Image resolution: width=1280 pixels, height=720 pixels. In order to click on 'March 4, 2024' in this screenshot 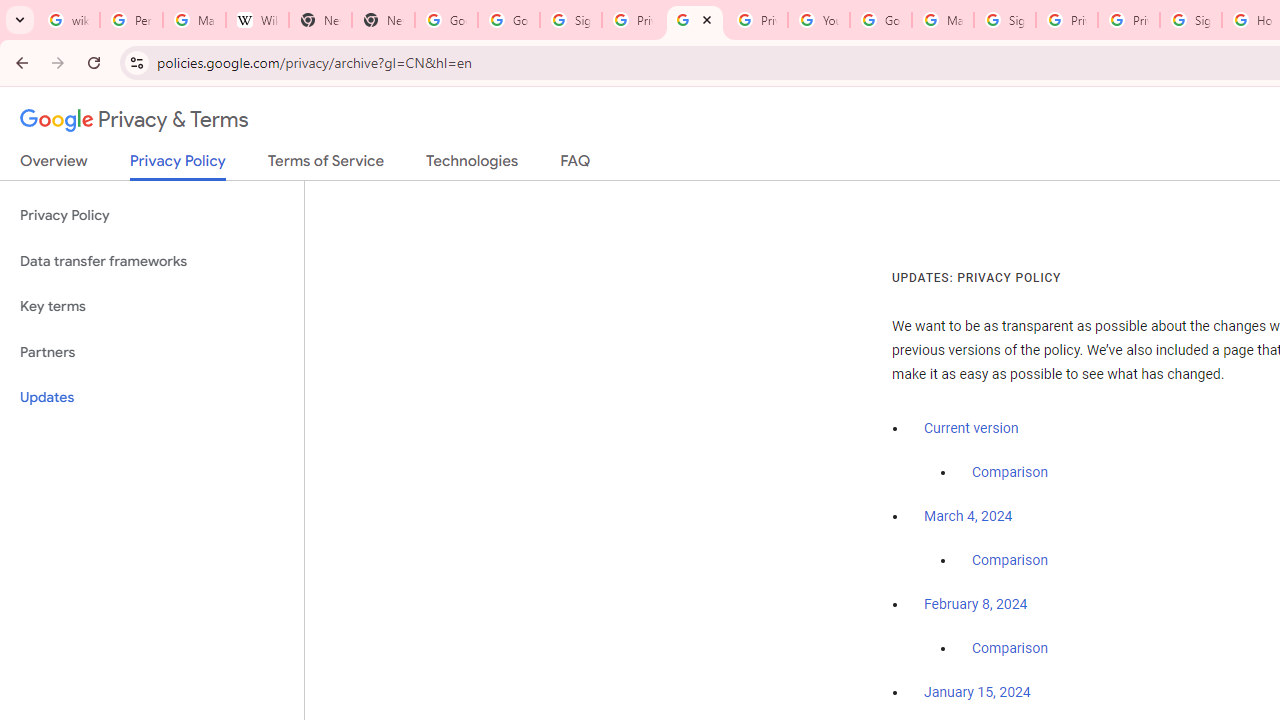, I will do `click(968, 516)`.